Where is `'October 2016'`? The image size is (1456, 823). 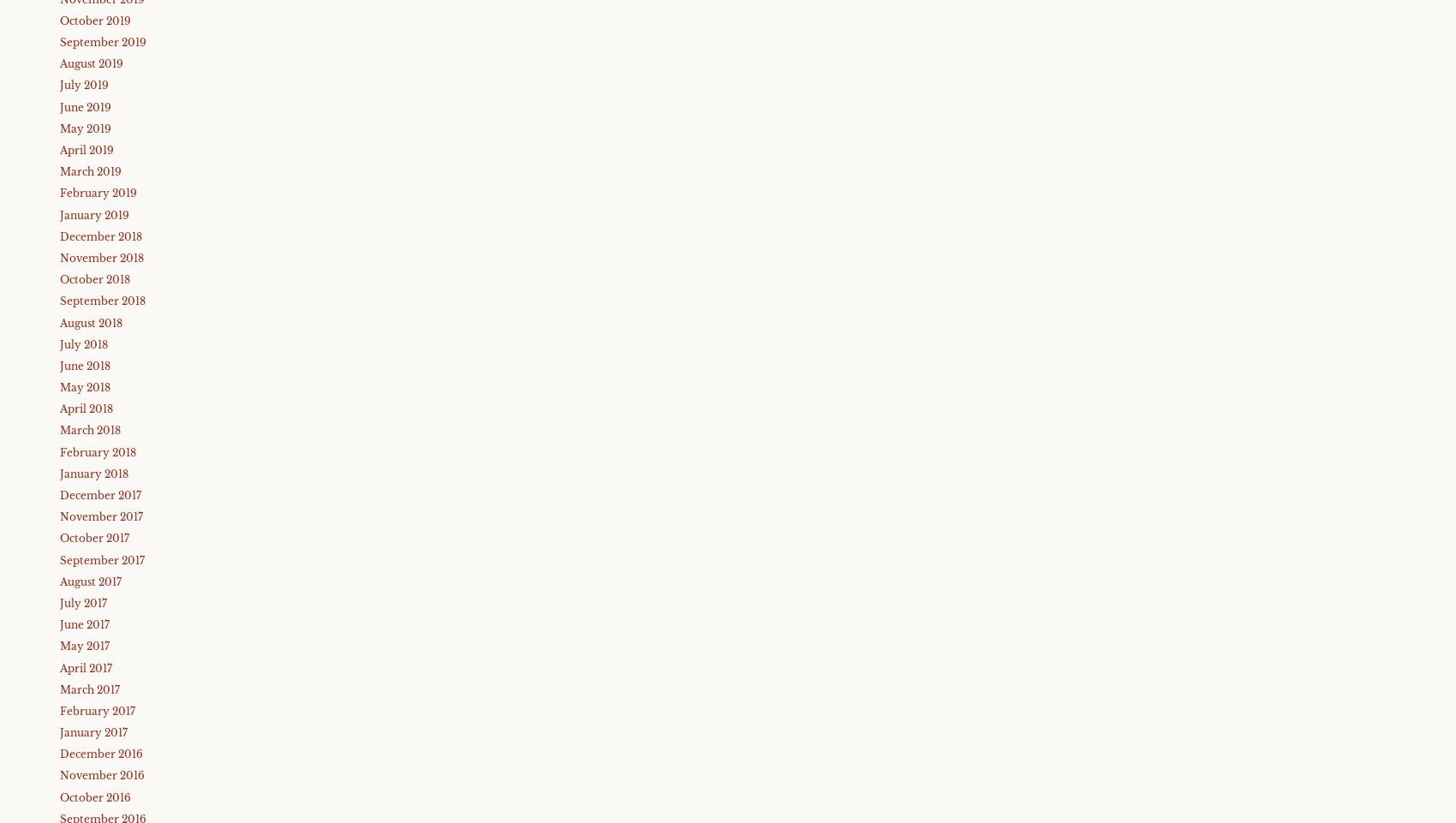
'October 2016' is located at coordinates (94, 796).